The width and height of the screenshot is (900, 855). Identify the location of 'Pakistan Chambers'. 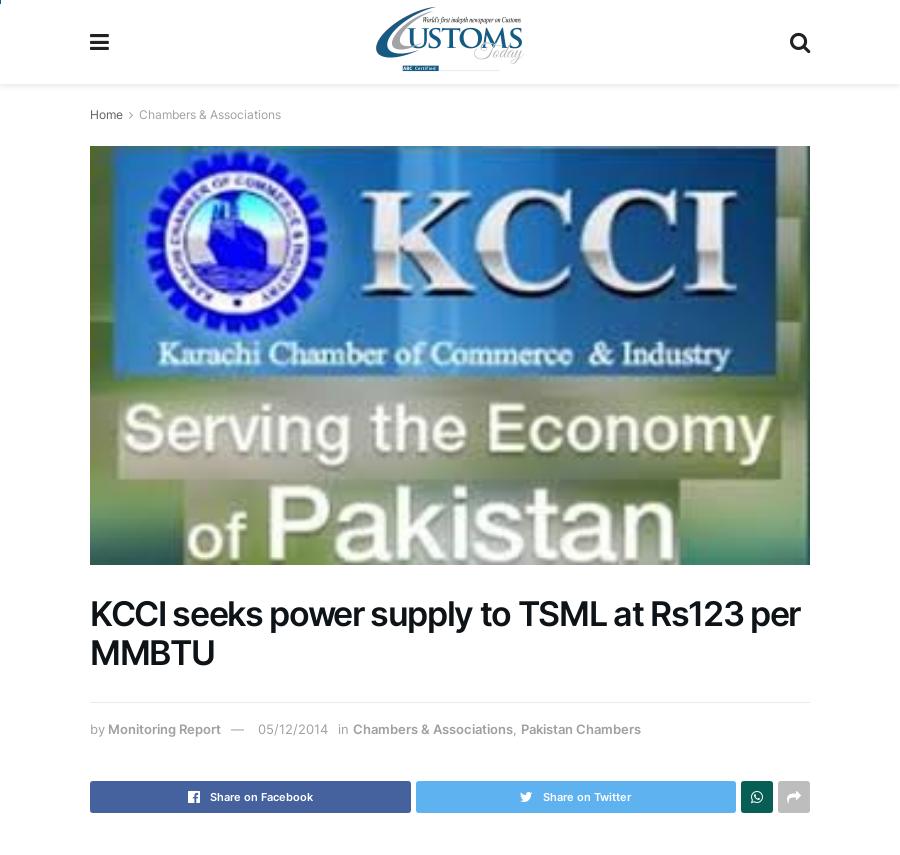
(520, 728).